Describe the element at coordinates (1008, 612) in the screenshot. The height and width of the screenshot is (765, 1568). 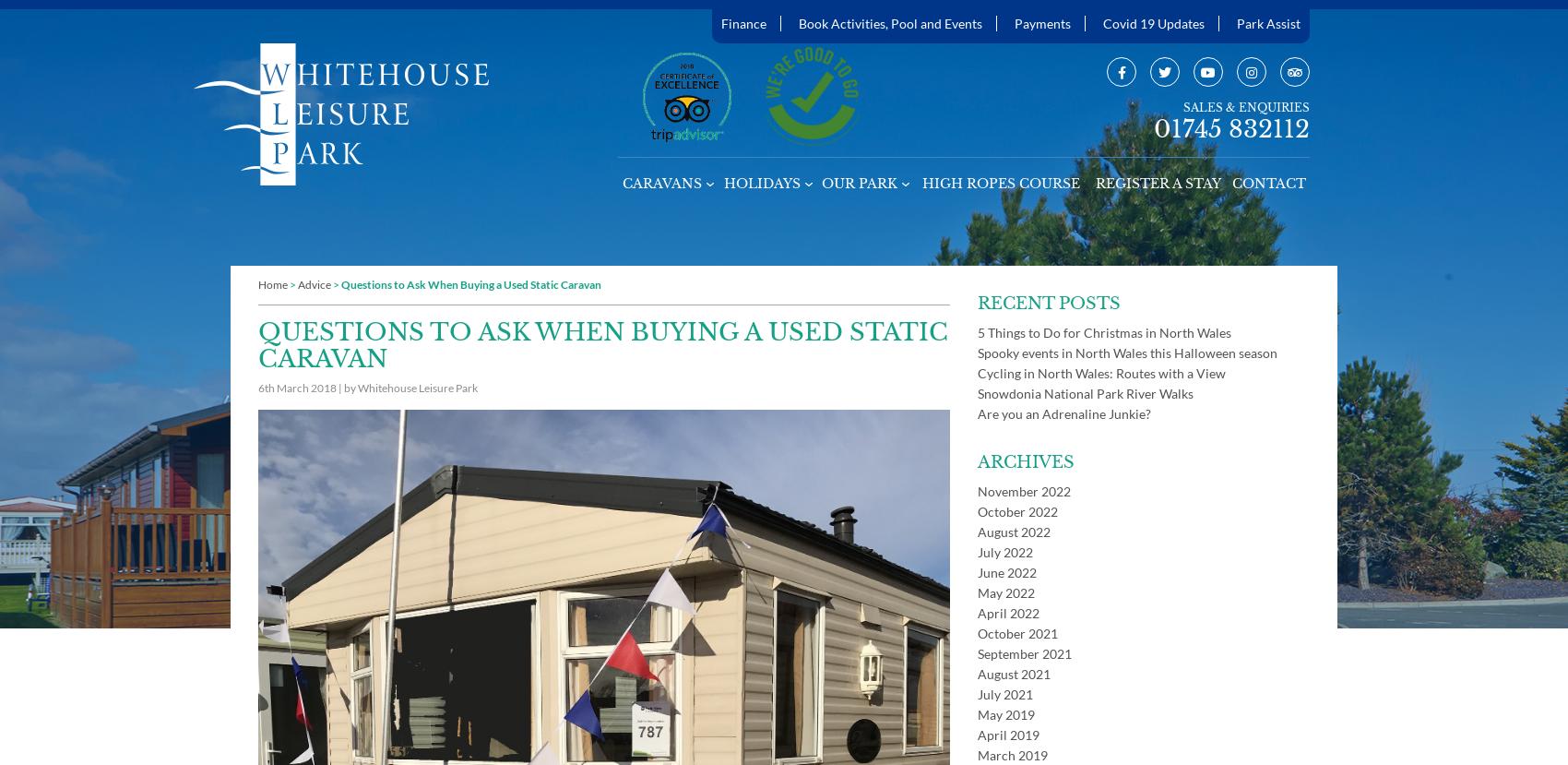
I see `'April 2022'` at that location.